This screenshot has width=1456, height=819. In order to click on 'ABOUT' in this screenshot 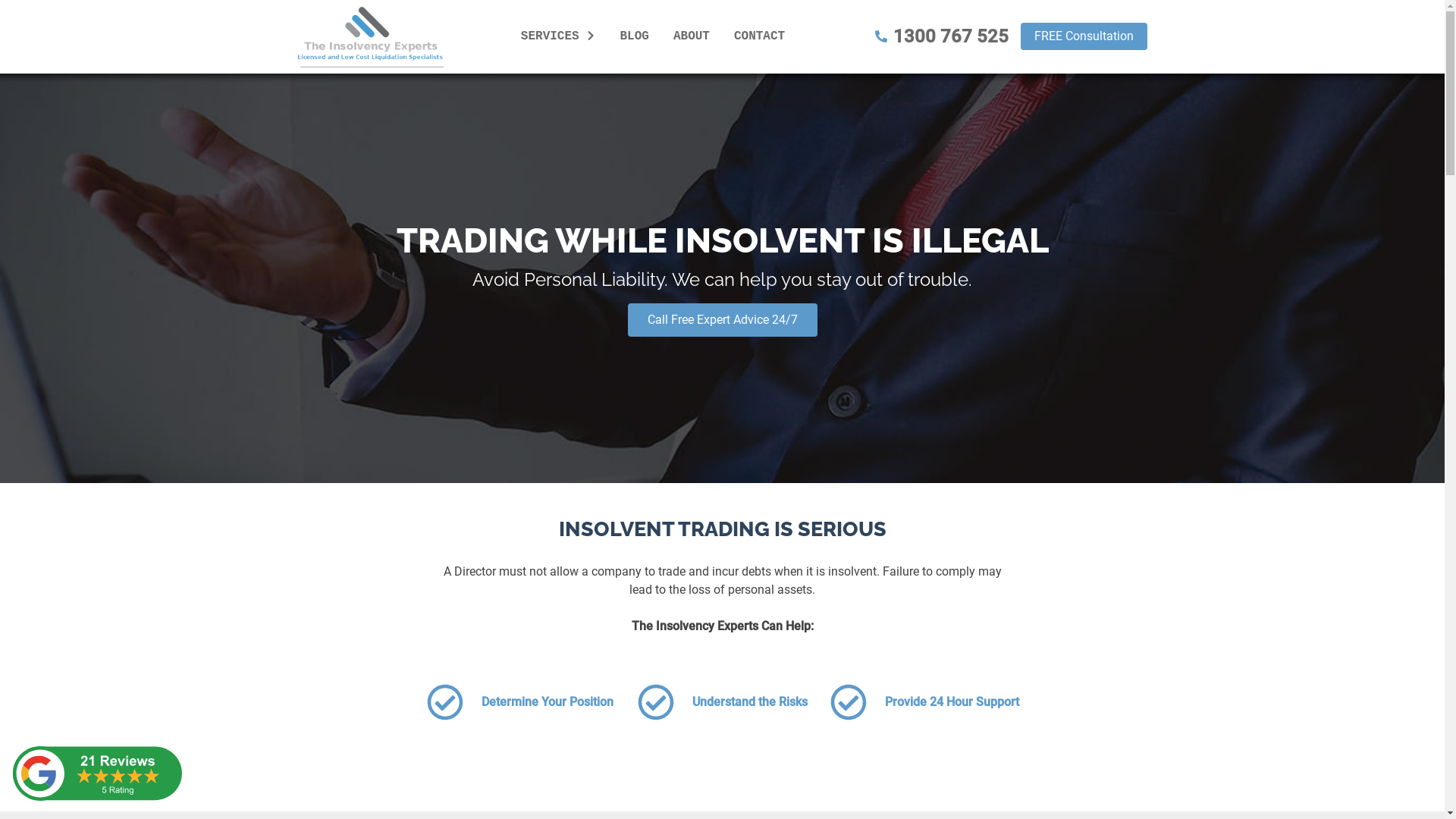, I will do `click(691, 35)`.